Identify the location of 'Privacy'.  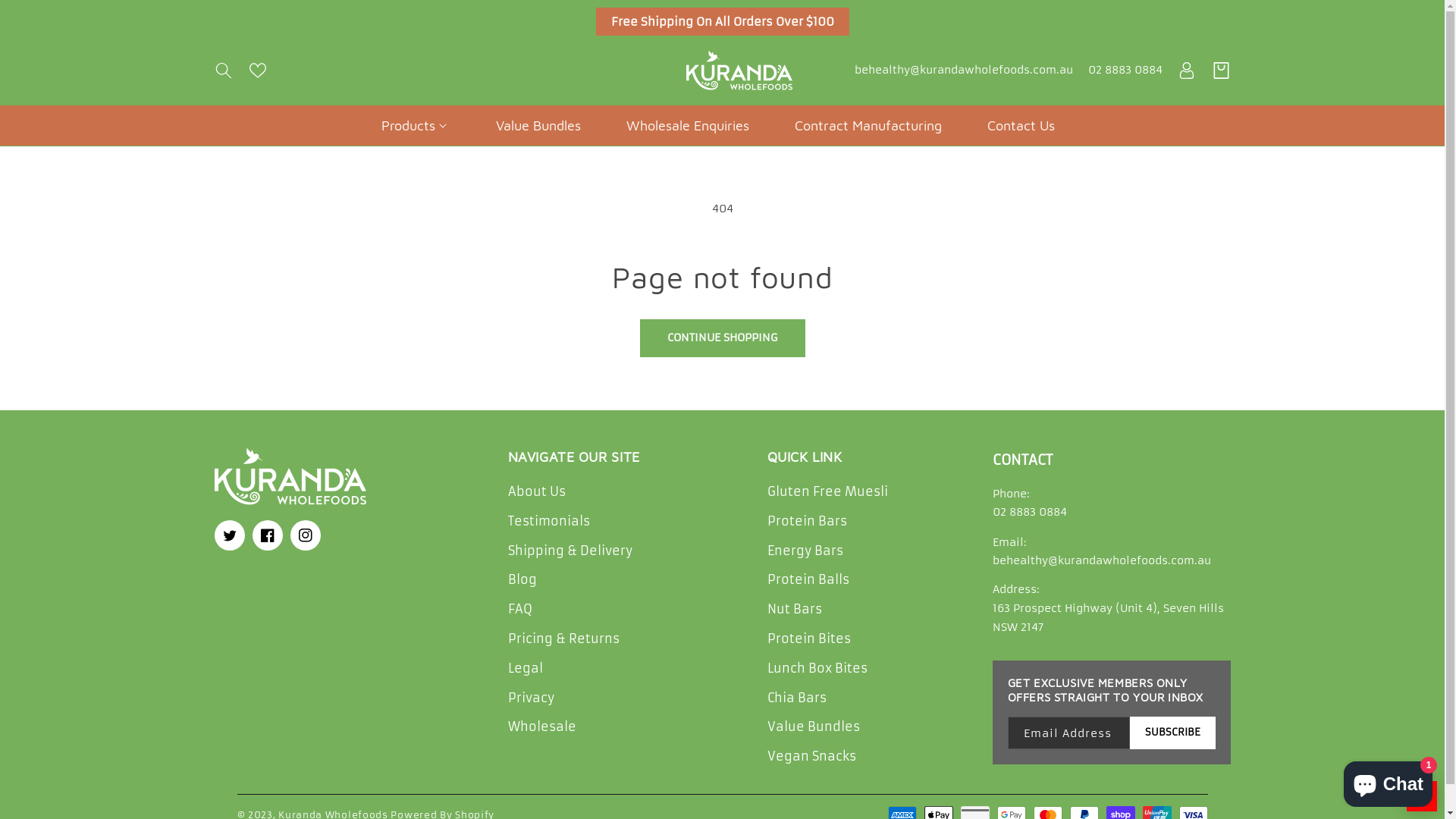
(531, 698).